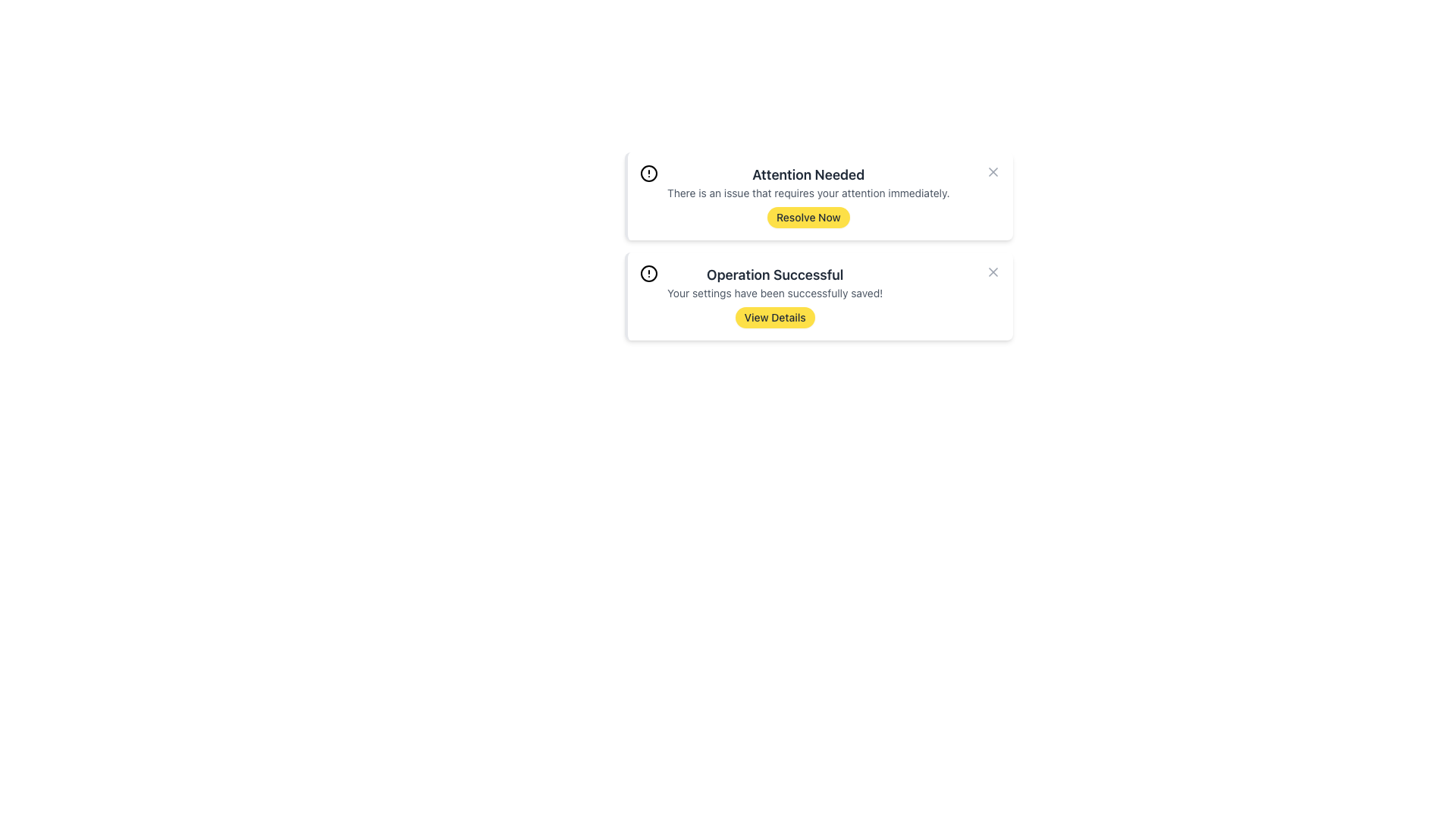  Describe the element at coordinates (993, 171) in the screenshot. I see `the 'X' icon in the top-right corner of the 'Attention Needed' notification` at that location.